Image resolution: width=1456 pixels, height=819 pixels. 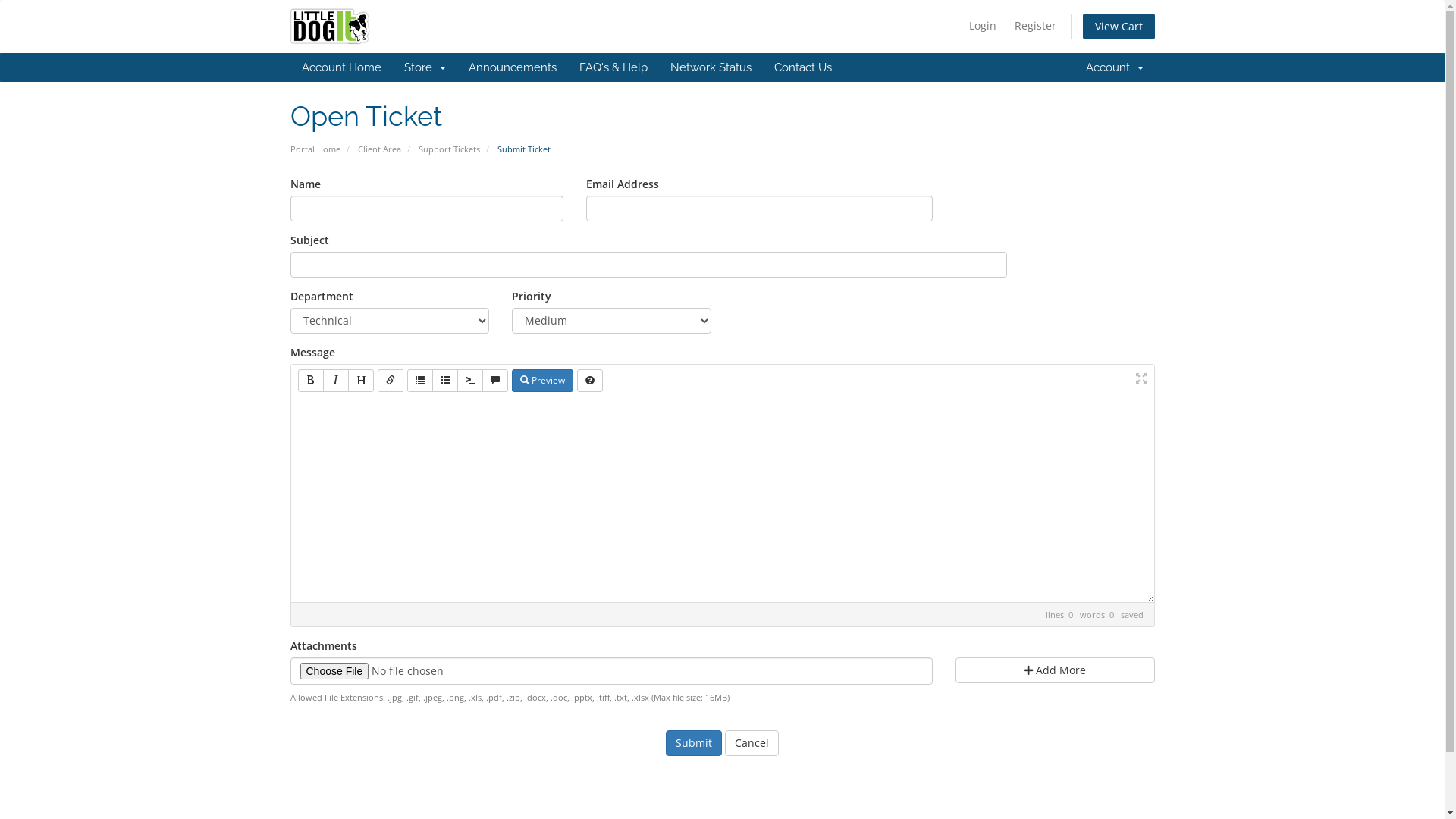 What do you see at coordinates (379, 149) in the screenshot?
I see `'Client Area'` at bounding box center [379, 149].